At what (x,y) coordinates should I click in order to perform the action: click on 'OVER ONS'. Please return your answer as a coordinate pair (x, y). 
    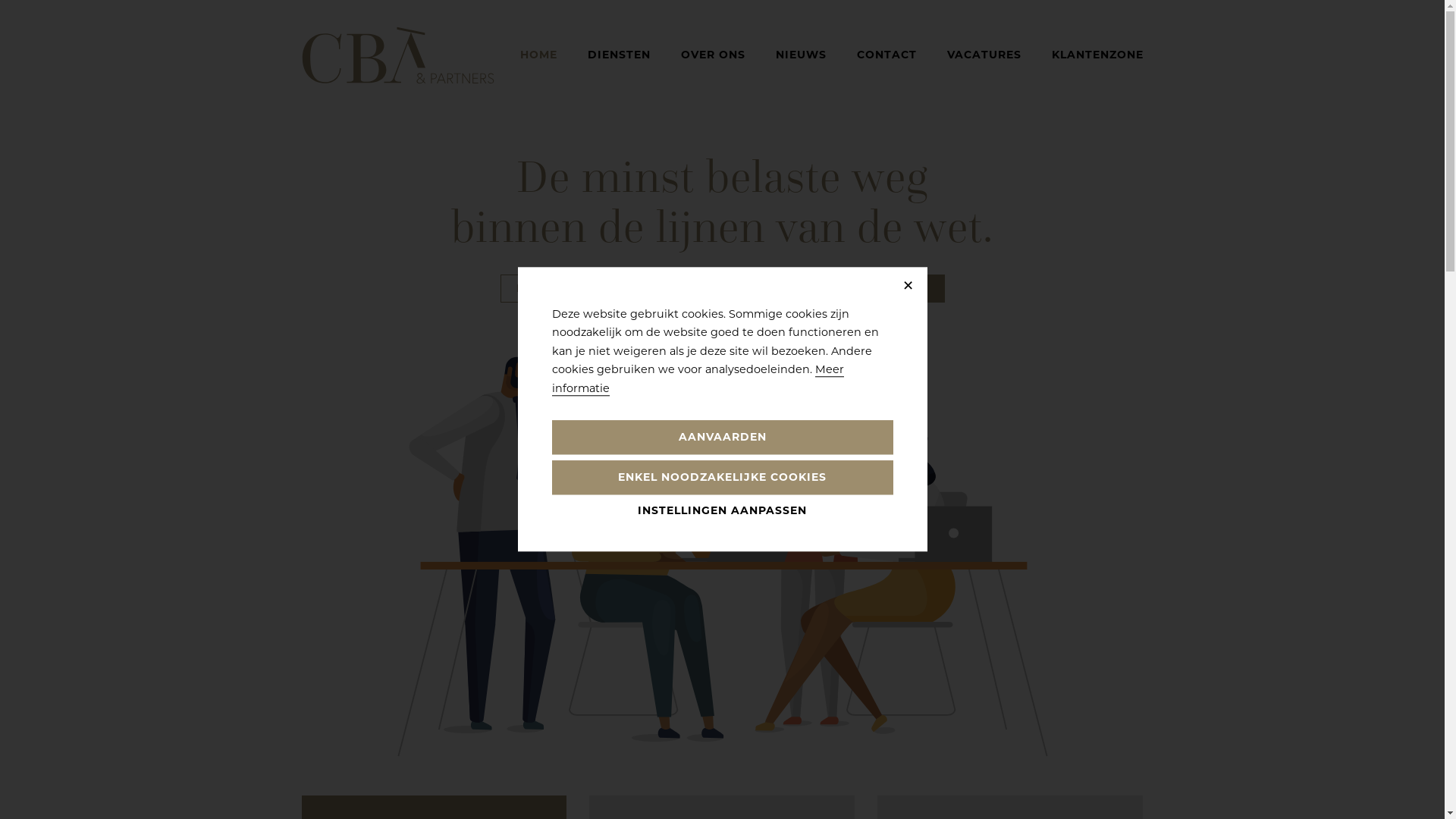
    Looking at the image, I should click on (679, 54).